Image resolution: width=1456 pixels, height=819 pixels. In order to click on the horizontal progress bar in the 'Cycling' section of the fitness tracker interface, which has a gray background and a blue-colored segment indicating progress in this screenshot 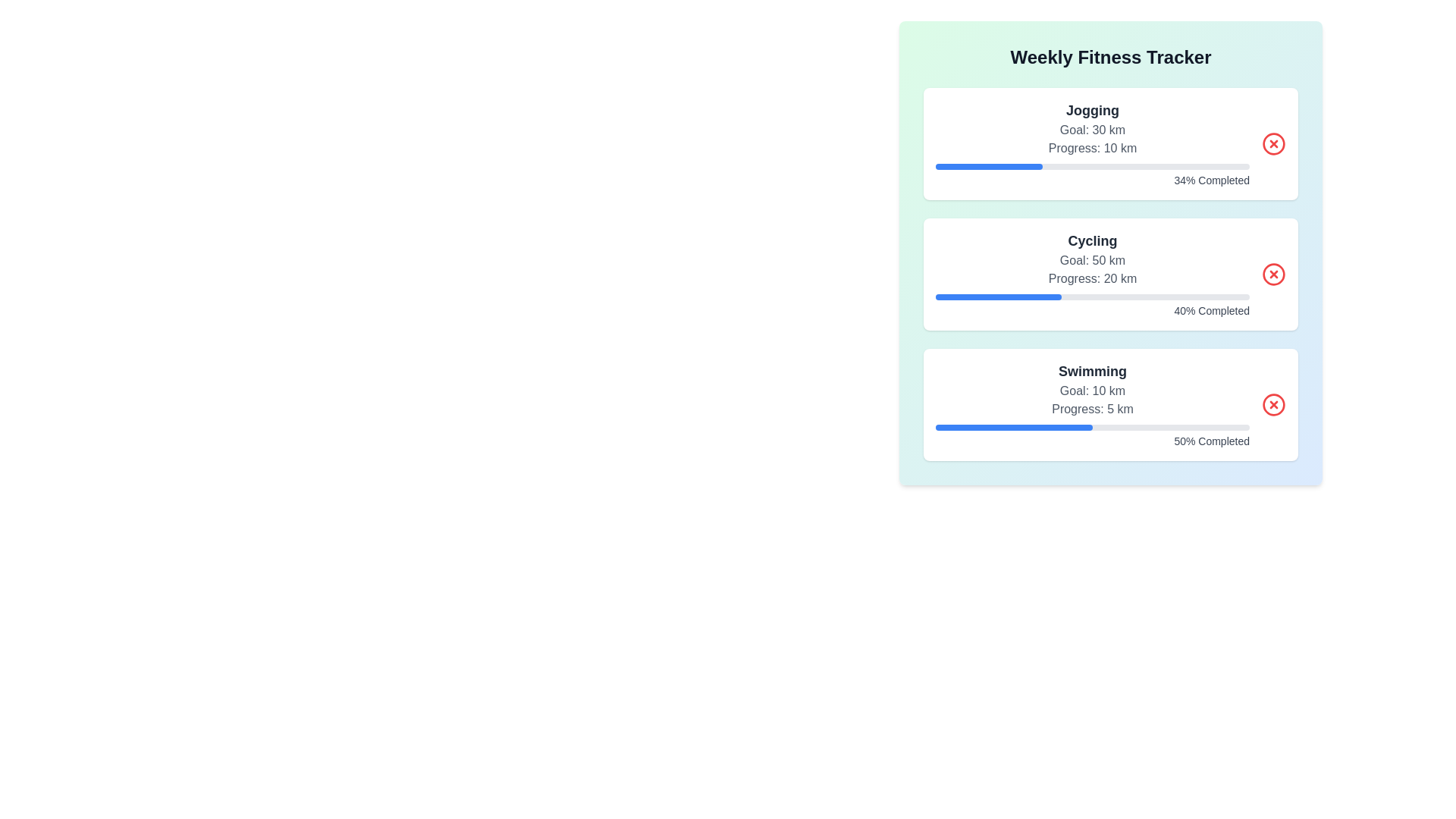, I will do `click(1092, 297)`.